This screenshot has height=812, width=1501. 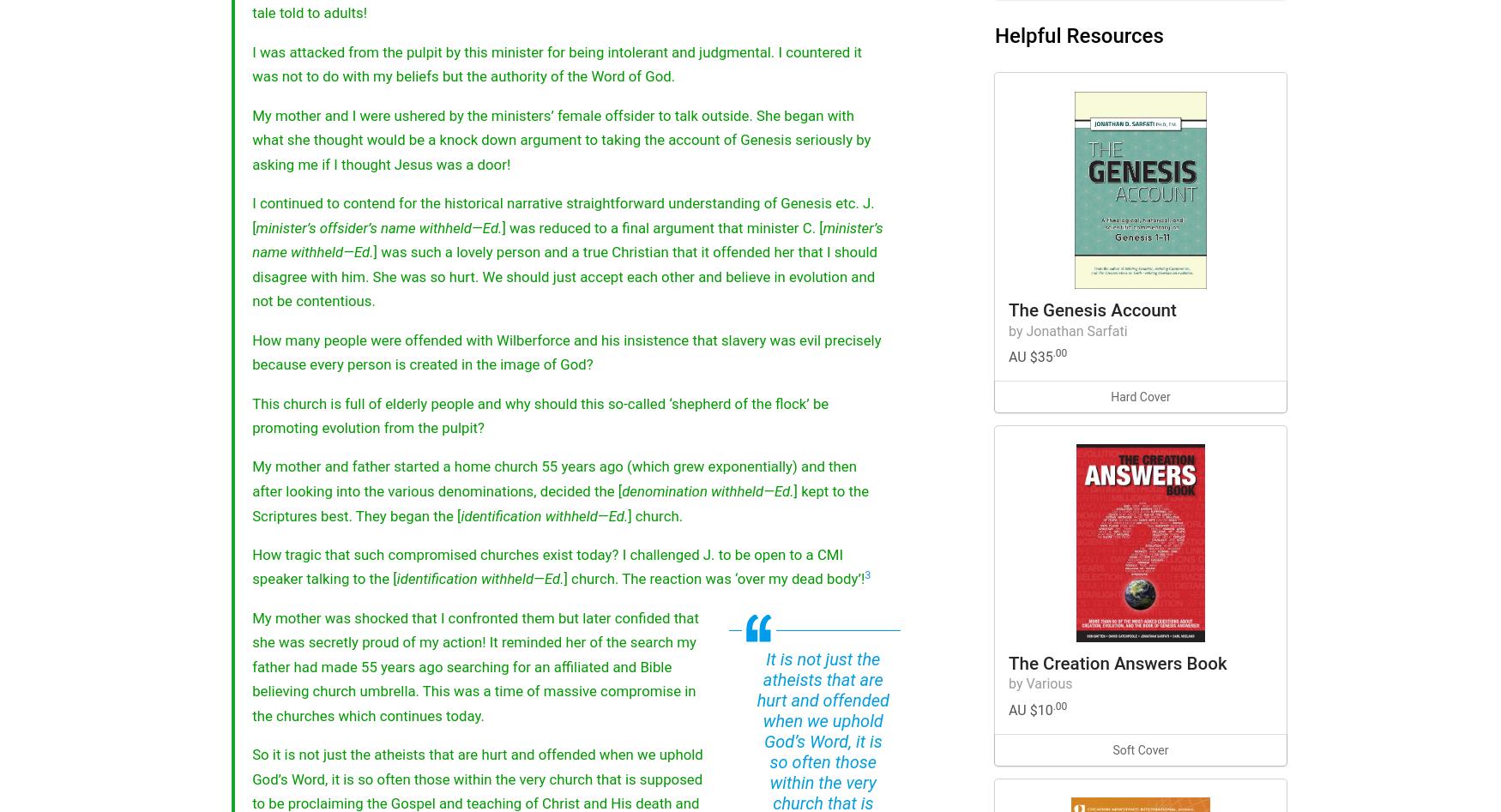 I want to click on 'My mother was shocked that I confronted them but later confided that she was secretly
proud of my action! It reminded her of the search my father had made 55 years ago
searching for an affiliated and Bible believing church umbrella. This was a time
of massive compromise in the churches which continues today.', so click(x=251, y=666).